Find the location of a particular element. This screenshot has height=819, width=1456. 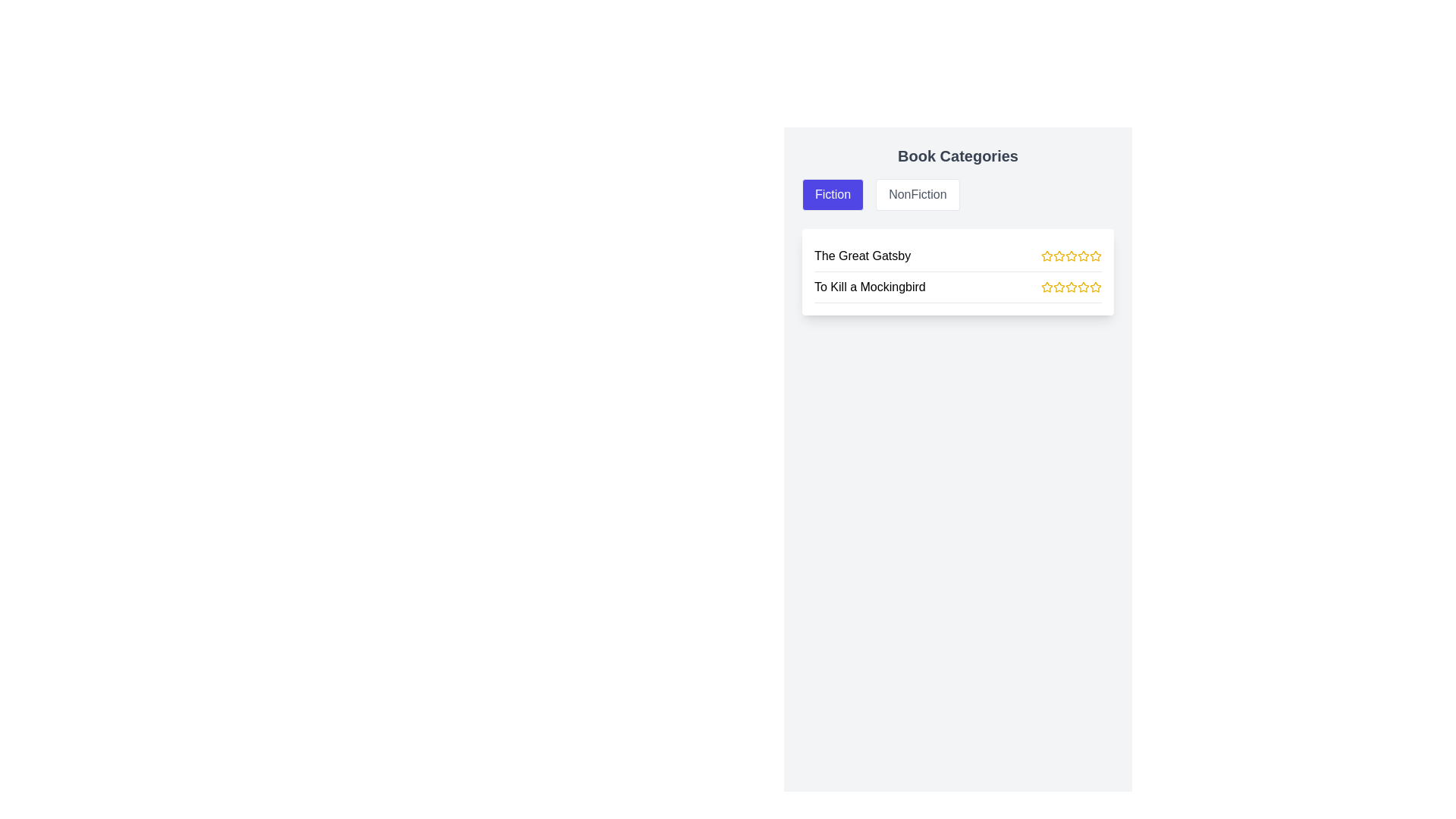

the first star icon in the rating interface for 'The Great Gatsby' to rate it is located at coordinates (1046, 256).